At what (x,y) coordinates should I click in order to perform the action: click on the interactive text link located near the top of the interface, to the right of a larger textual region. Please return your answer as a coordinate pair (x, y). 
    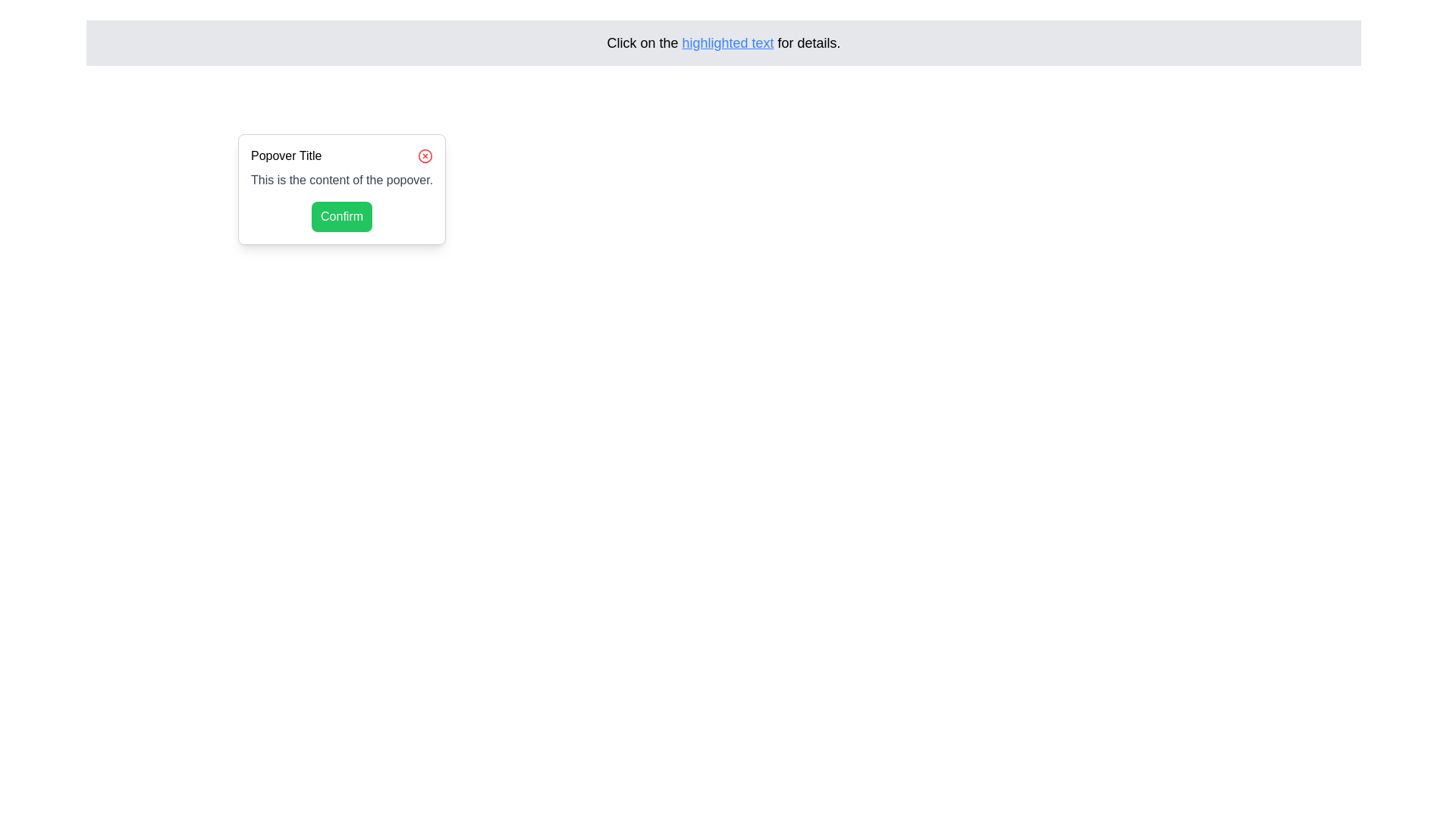
    Looking at the image, I should click on (728, 42).